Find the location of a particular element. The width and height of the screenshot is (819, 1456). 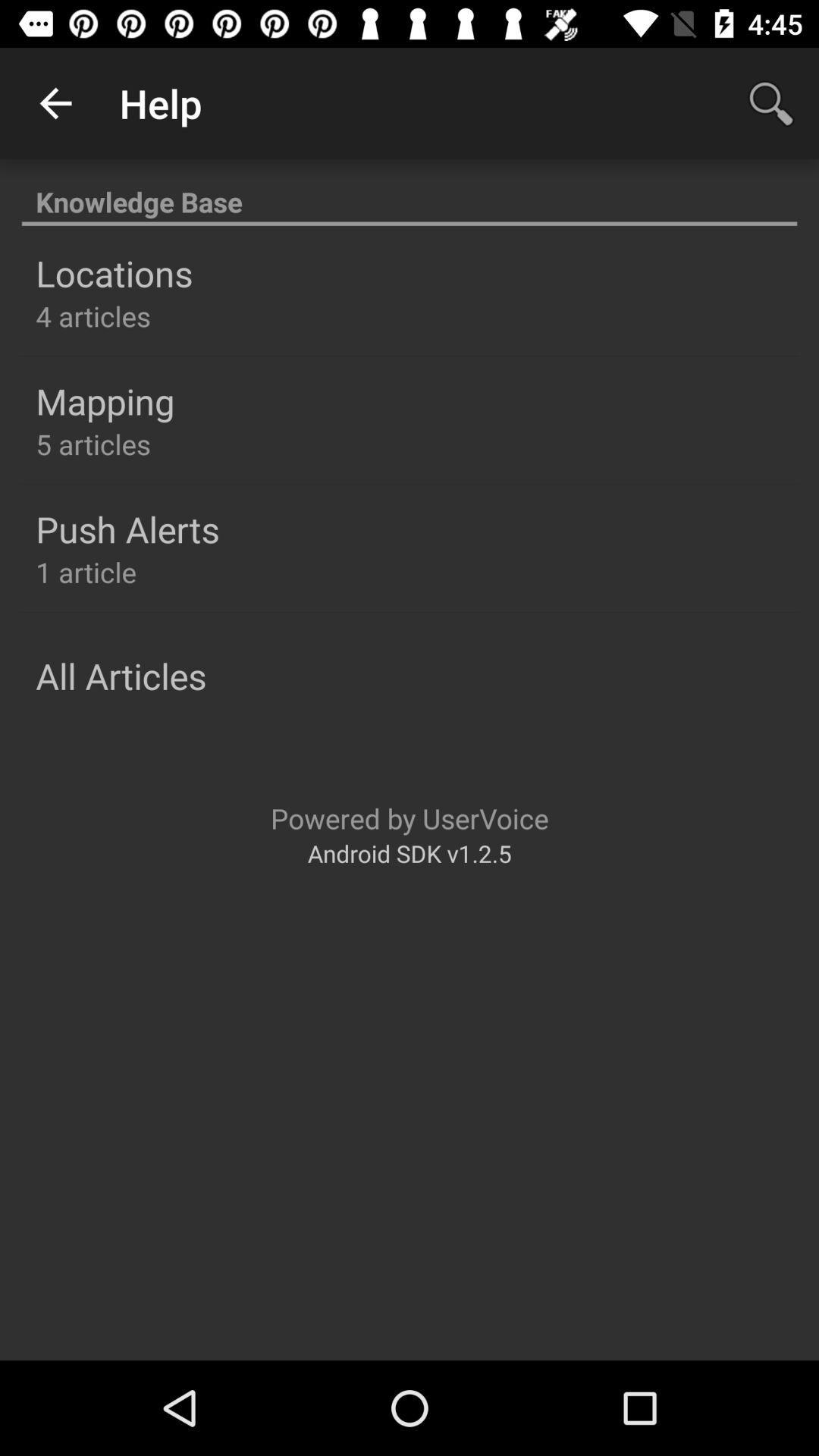

the icon below powered by uservoice icon is located at coordinates (409, 853).